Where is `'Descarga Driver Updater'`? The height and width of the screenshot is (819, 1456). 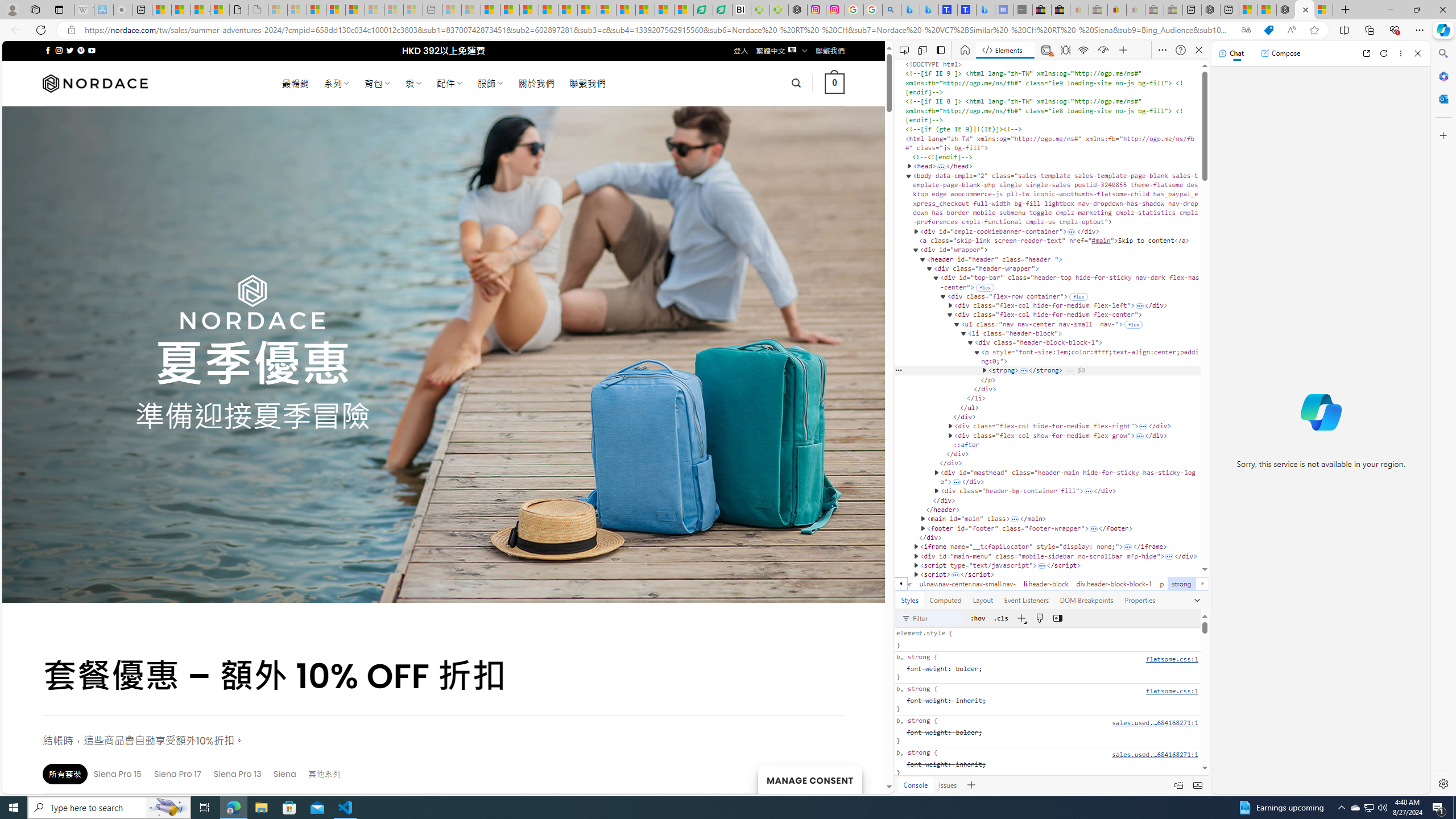 'Descarga Driver Updater' is located at coordinates (779, 9).